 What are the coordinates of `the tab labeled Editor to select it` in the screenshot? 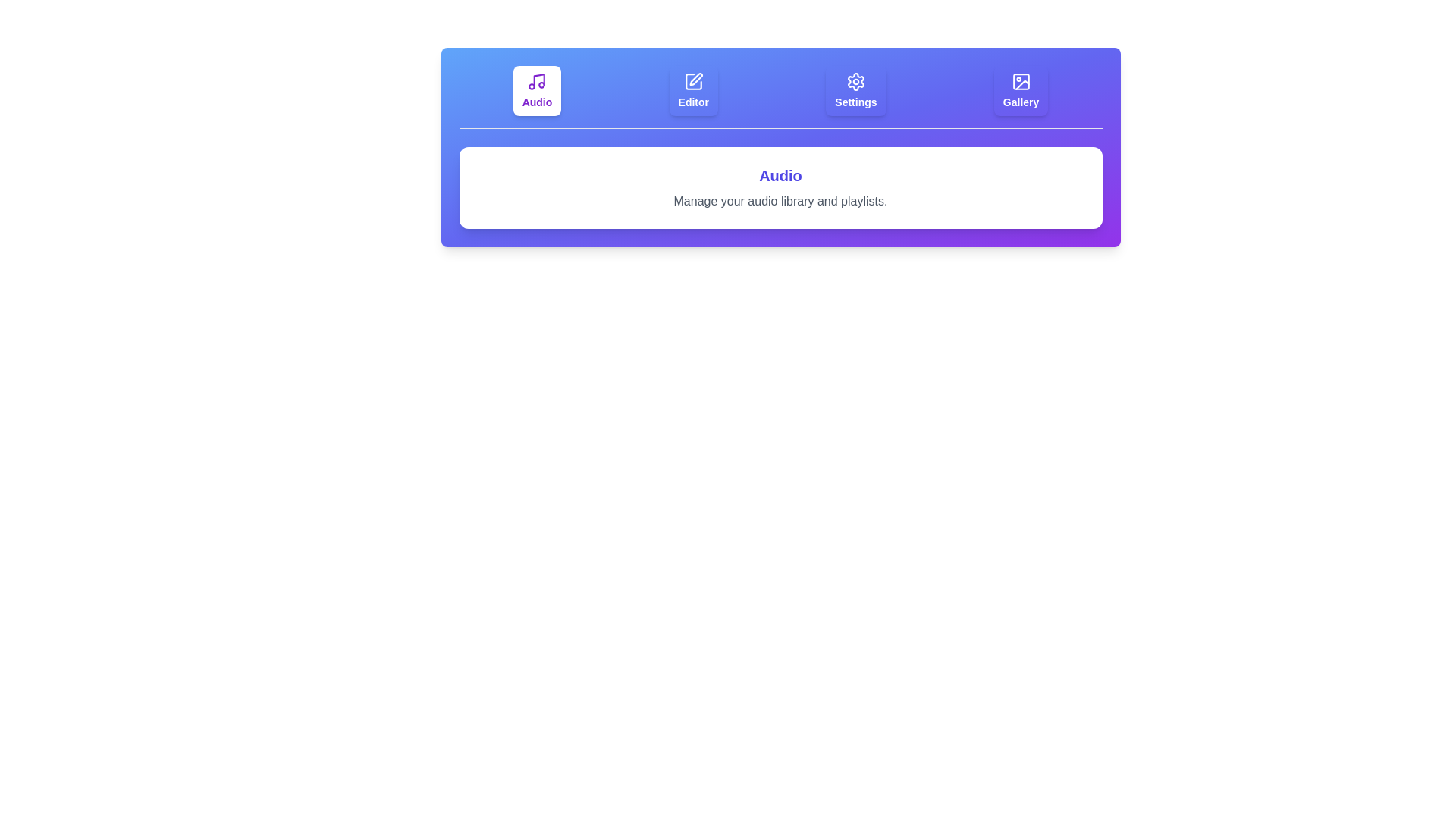 It's located at (692, 90).